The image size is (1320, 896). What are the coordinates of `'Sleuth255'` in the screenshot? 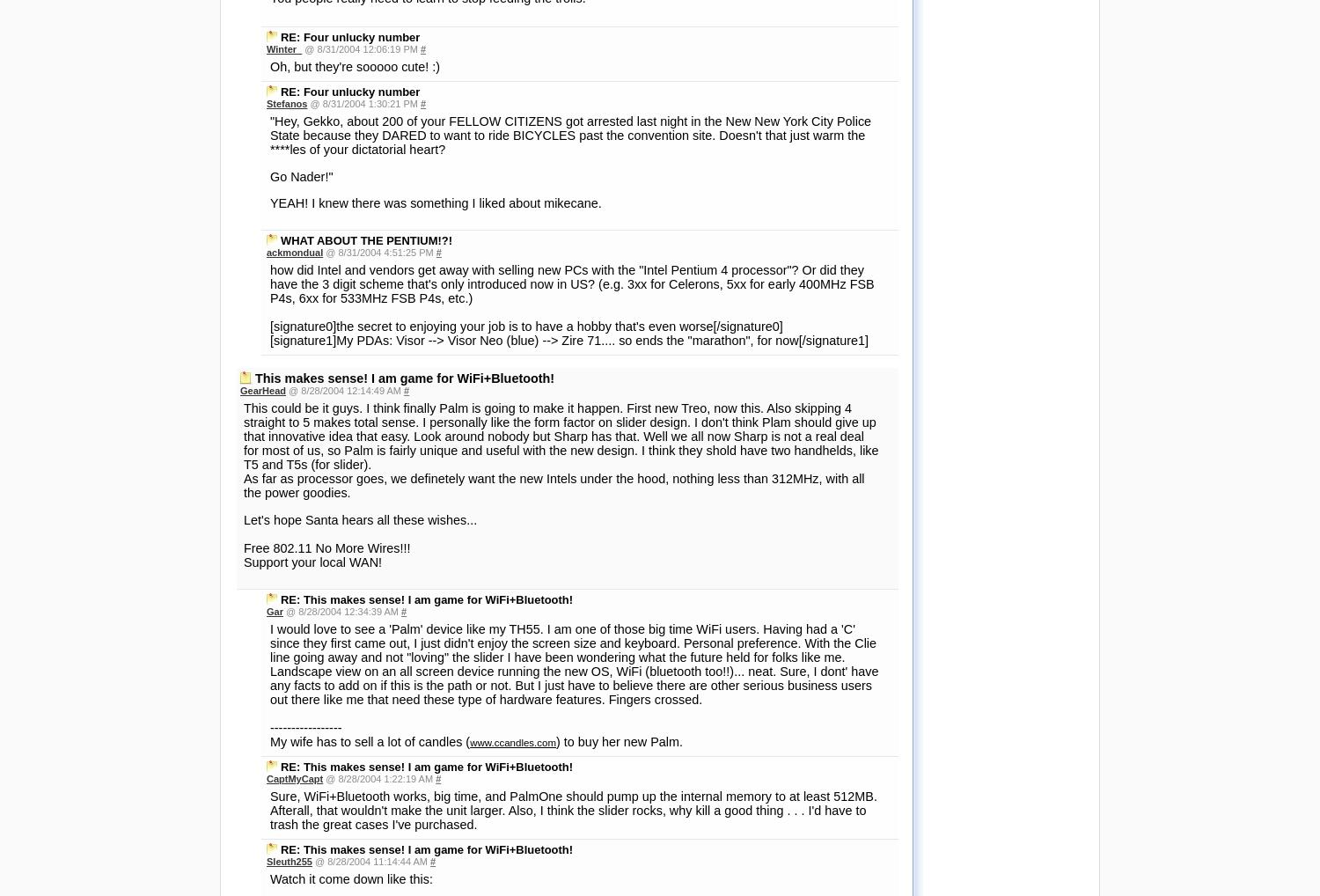 It's located at (288, 368).